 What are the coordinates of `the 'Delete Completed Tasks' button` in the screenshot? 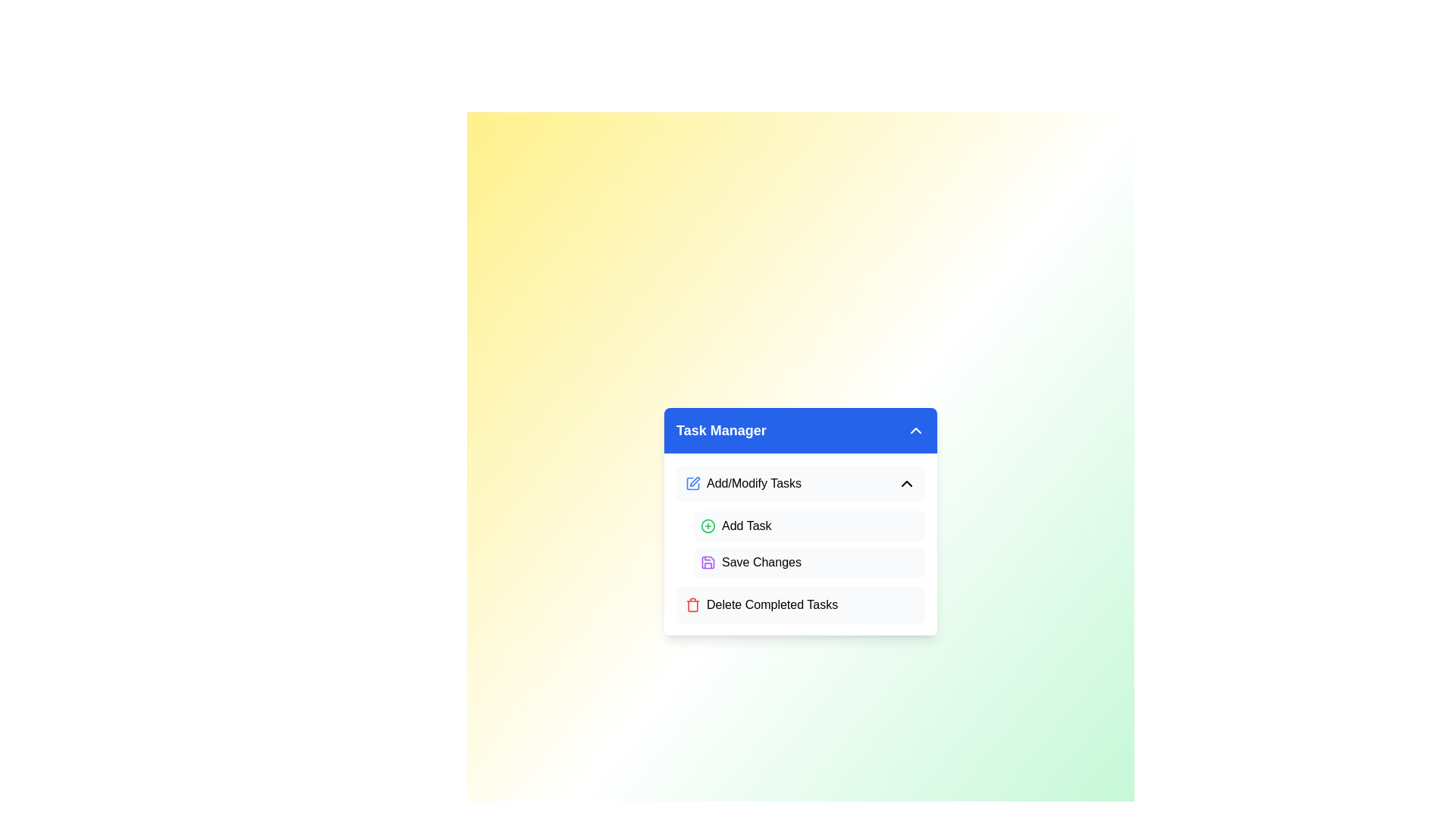 It's located at (800, 604).